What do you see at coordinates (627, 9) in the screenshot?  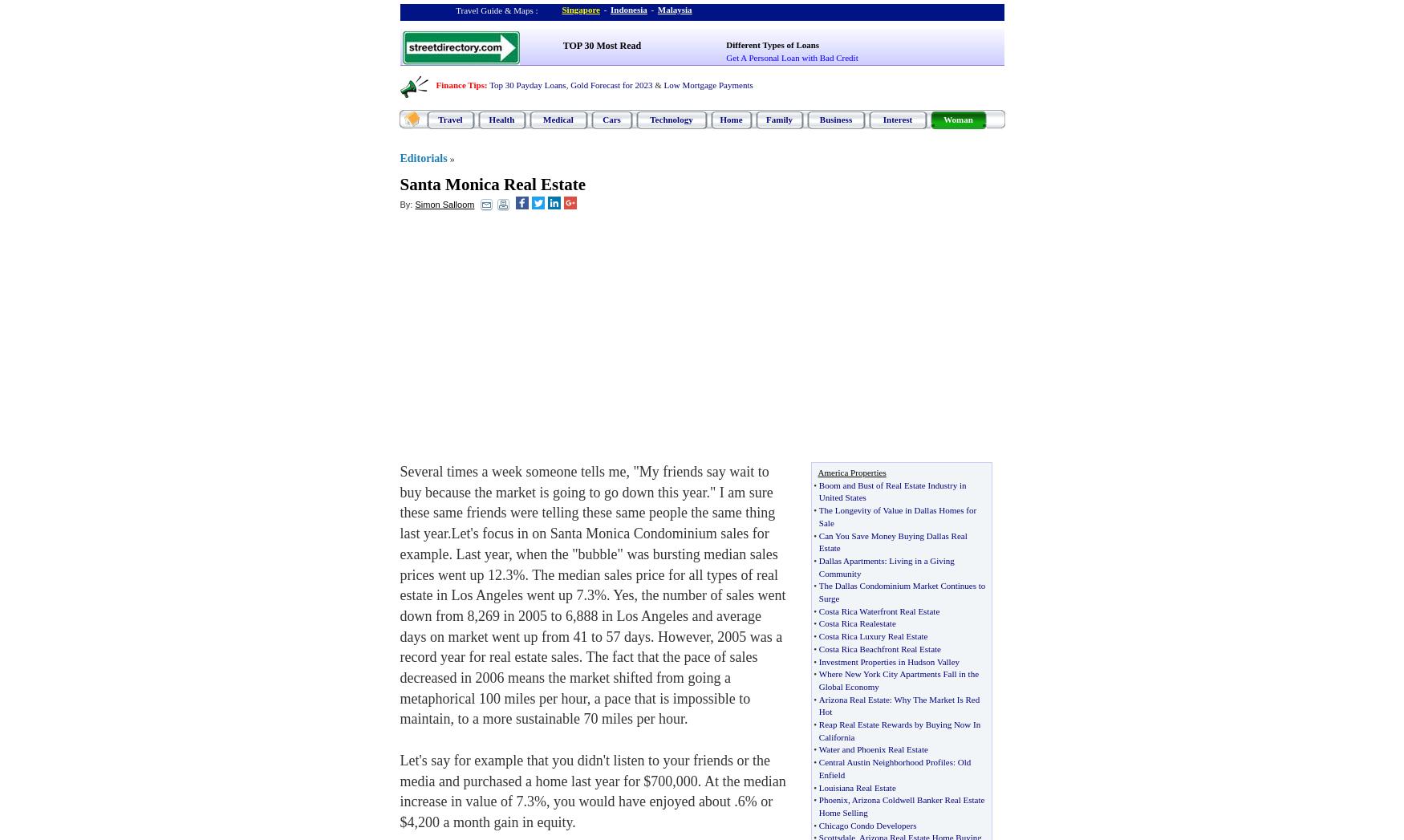 I see `'Indonesia'` at bounding box center [627, 9].